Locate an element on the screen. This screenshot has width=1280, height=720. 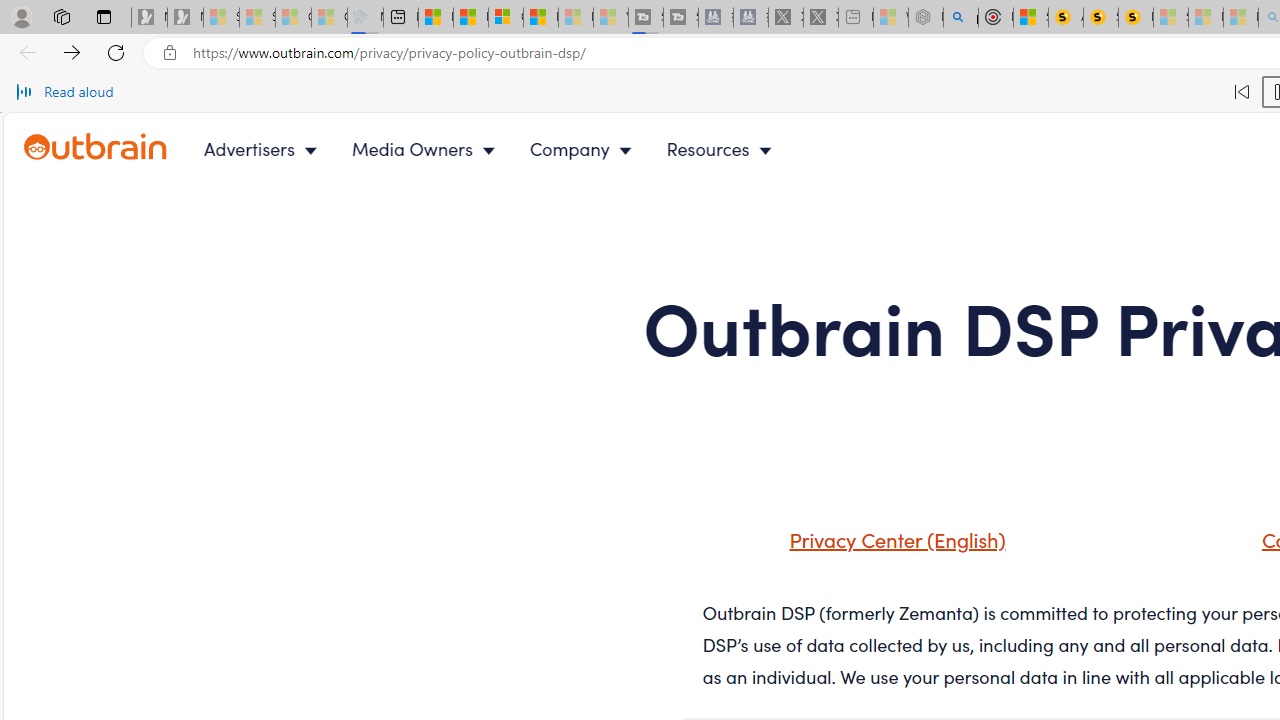
'Michelle Starr, Senior Journalist at ScienceAlert' is located at coordinates (1136, 17).